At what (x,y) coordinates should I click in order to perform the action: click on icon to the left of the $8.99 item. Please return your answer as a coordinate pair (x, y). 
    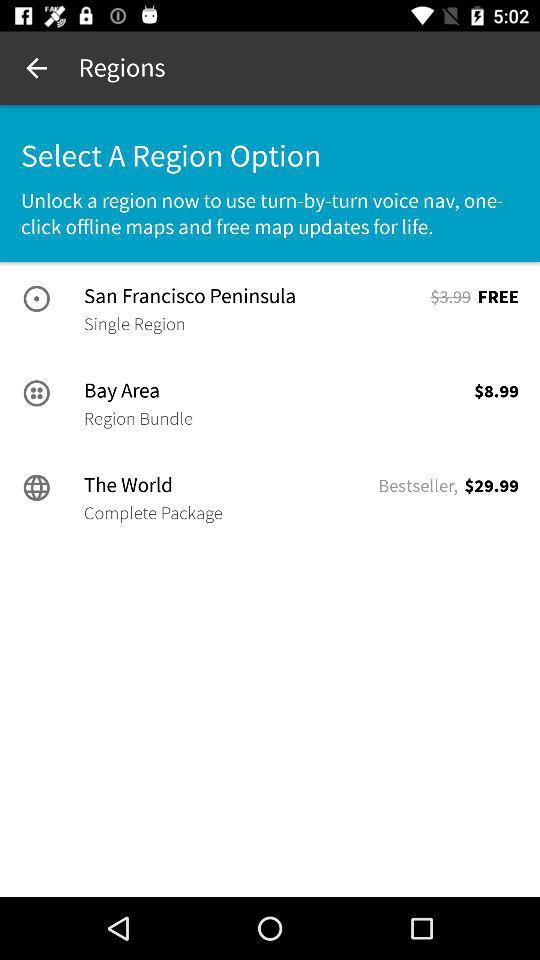
    Looking at the image, I should click on (137, 417).